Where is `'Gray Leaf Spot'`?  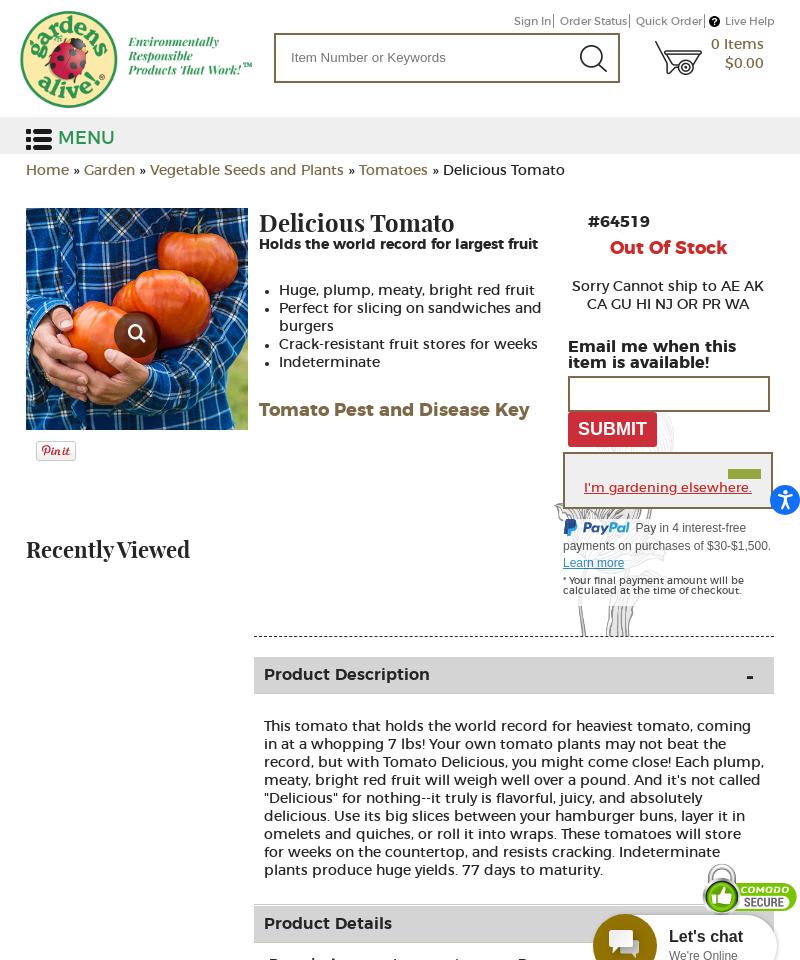 'Gray Leaf Spot' is located at coordinates (257, 274).